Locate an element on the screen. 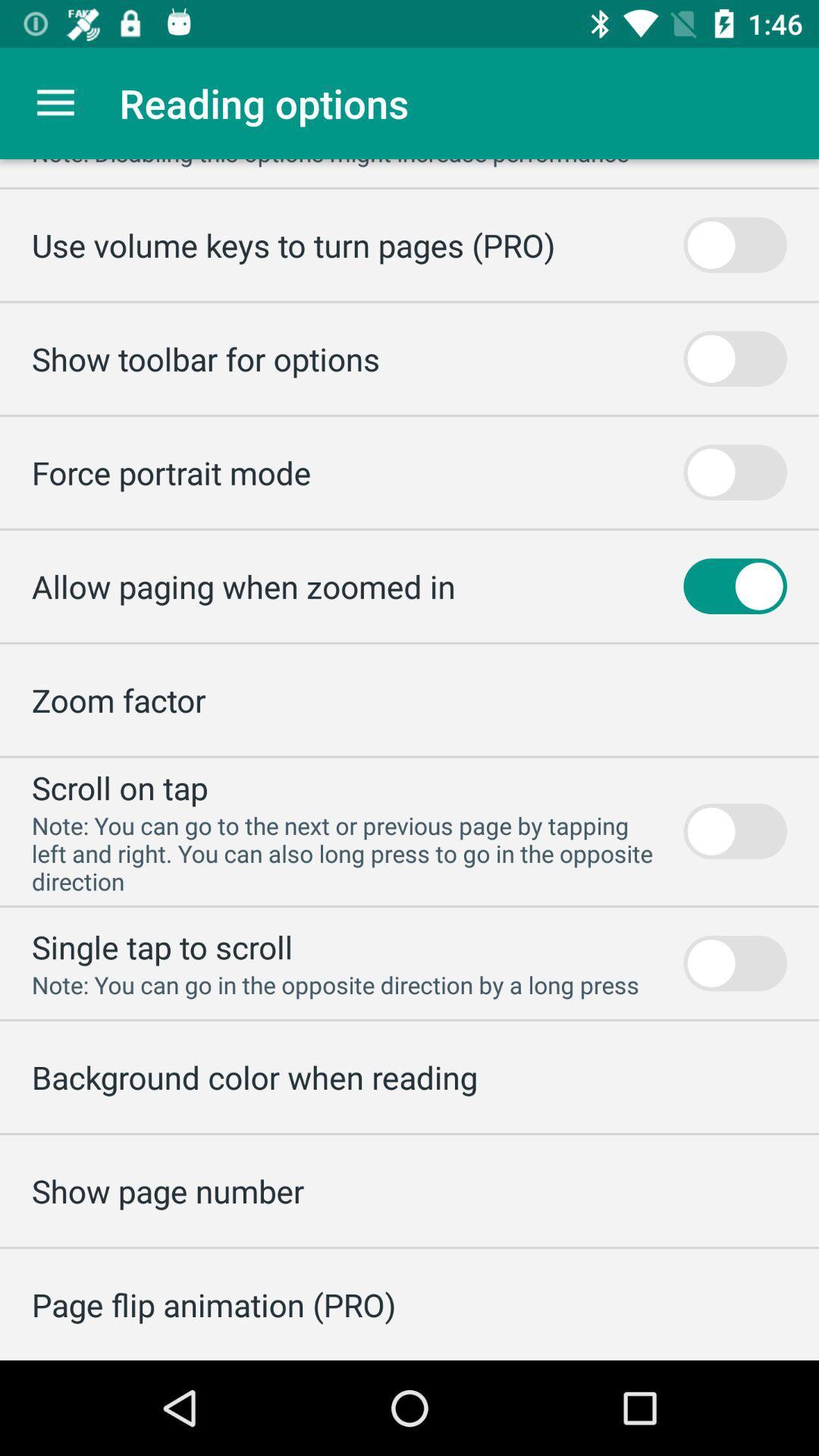  icon above scroll on tap item is located at coordinates (118, 699).